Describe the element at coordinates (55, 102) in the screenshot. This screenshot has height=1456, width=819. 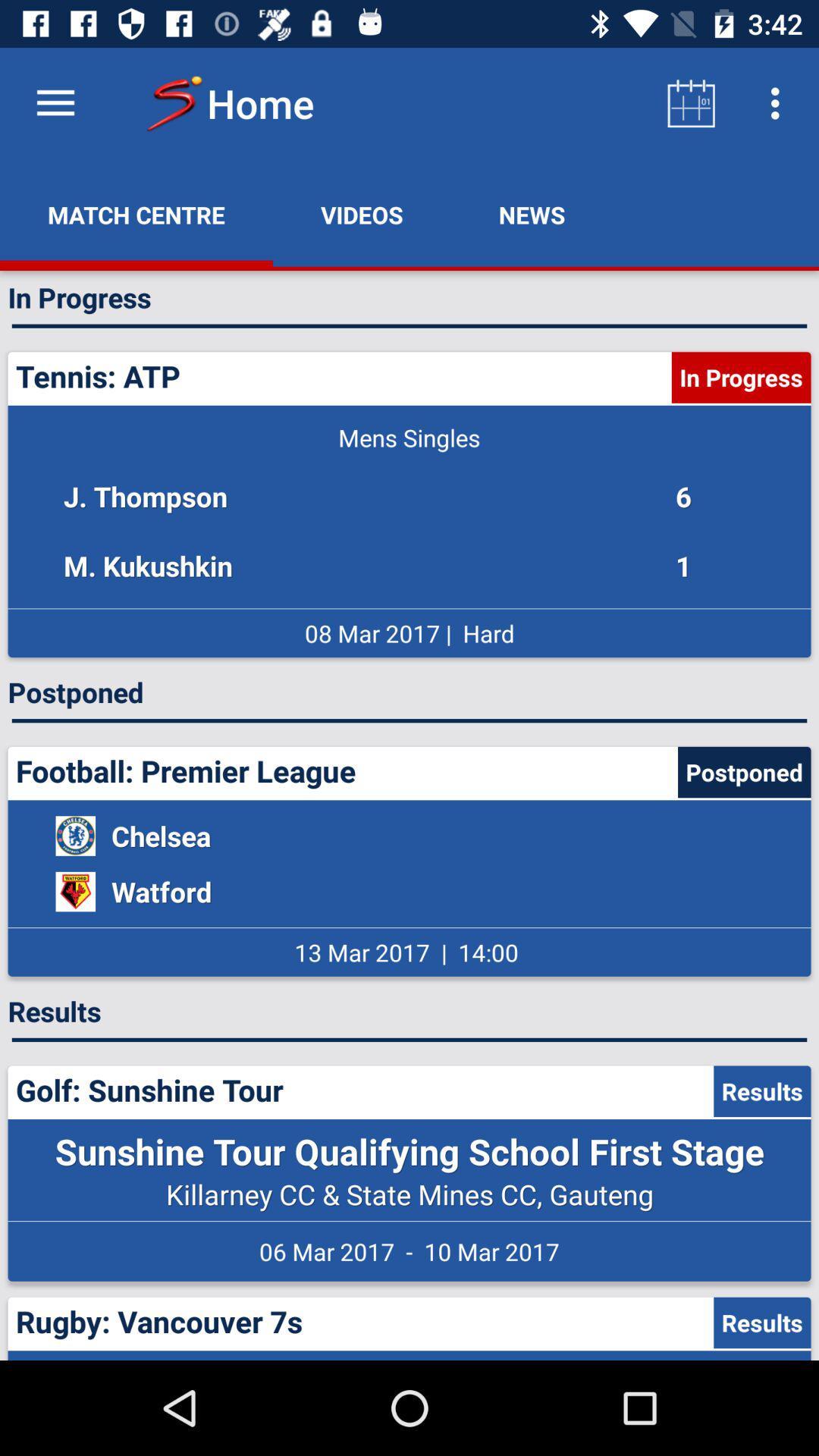
I see `menu` at that location.